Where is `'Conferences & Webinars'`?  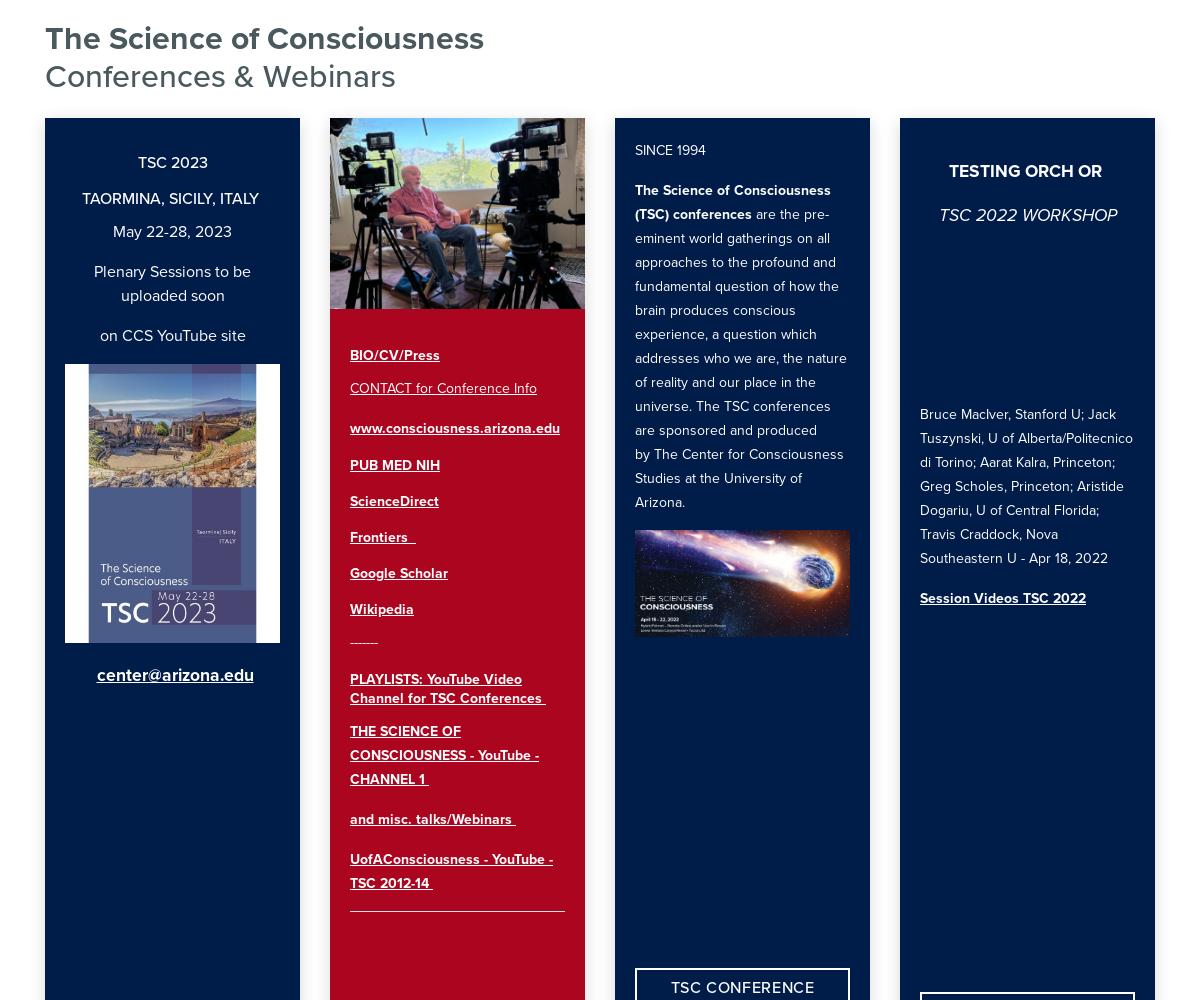 'Conferences & Webinars' is located at coordinates (45, 76).